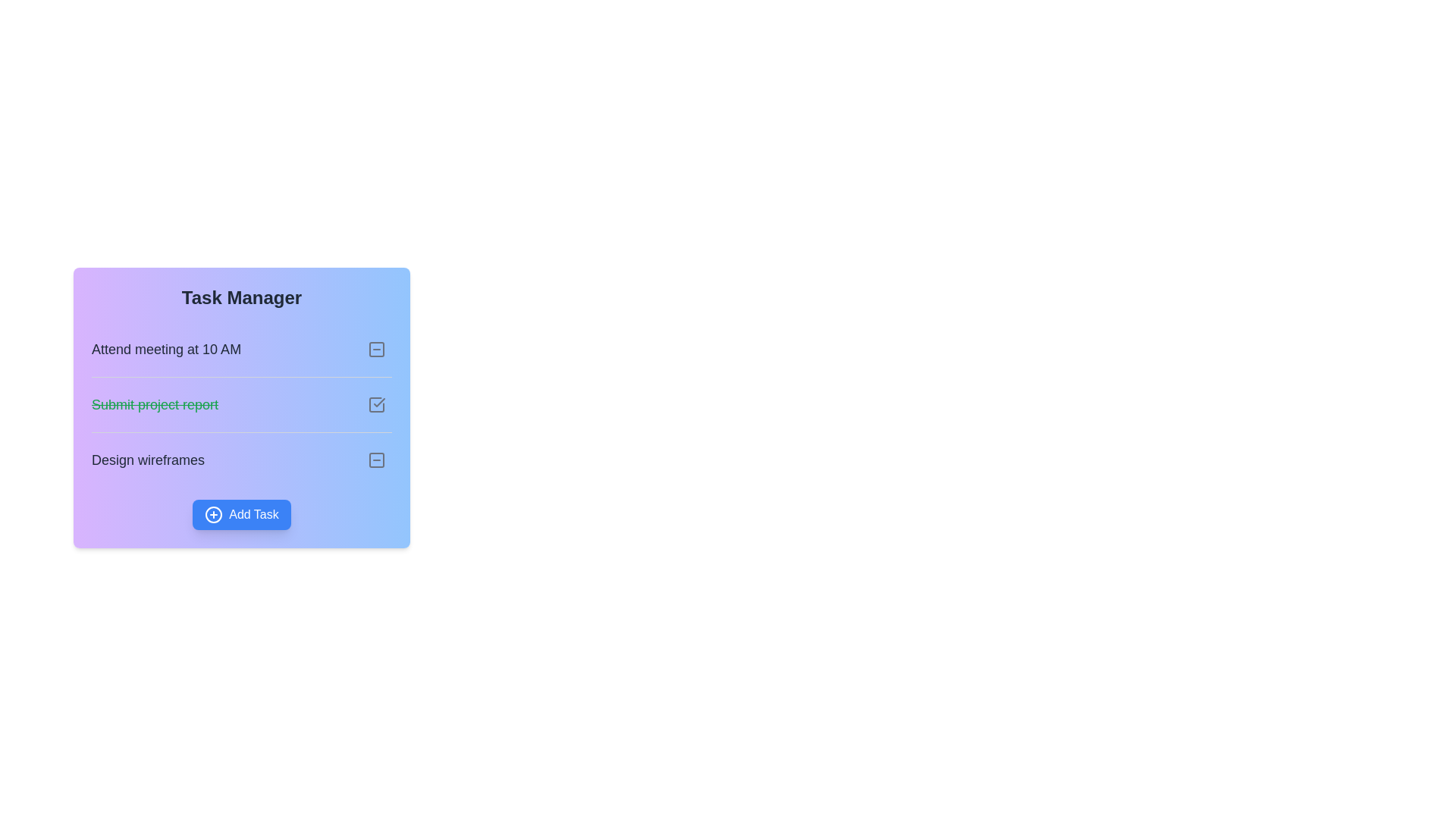 The image size is (1456, 819). I want to click on 'Add Task' button to initiate the task addition process, so click(240, 513).